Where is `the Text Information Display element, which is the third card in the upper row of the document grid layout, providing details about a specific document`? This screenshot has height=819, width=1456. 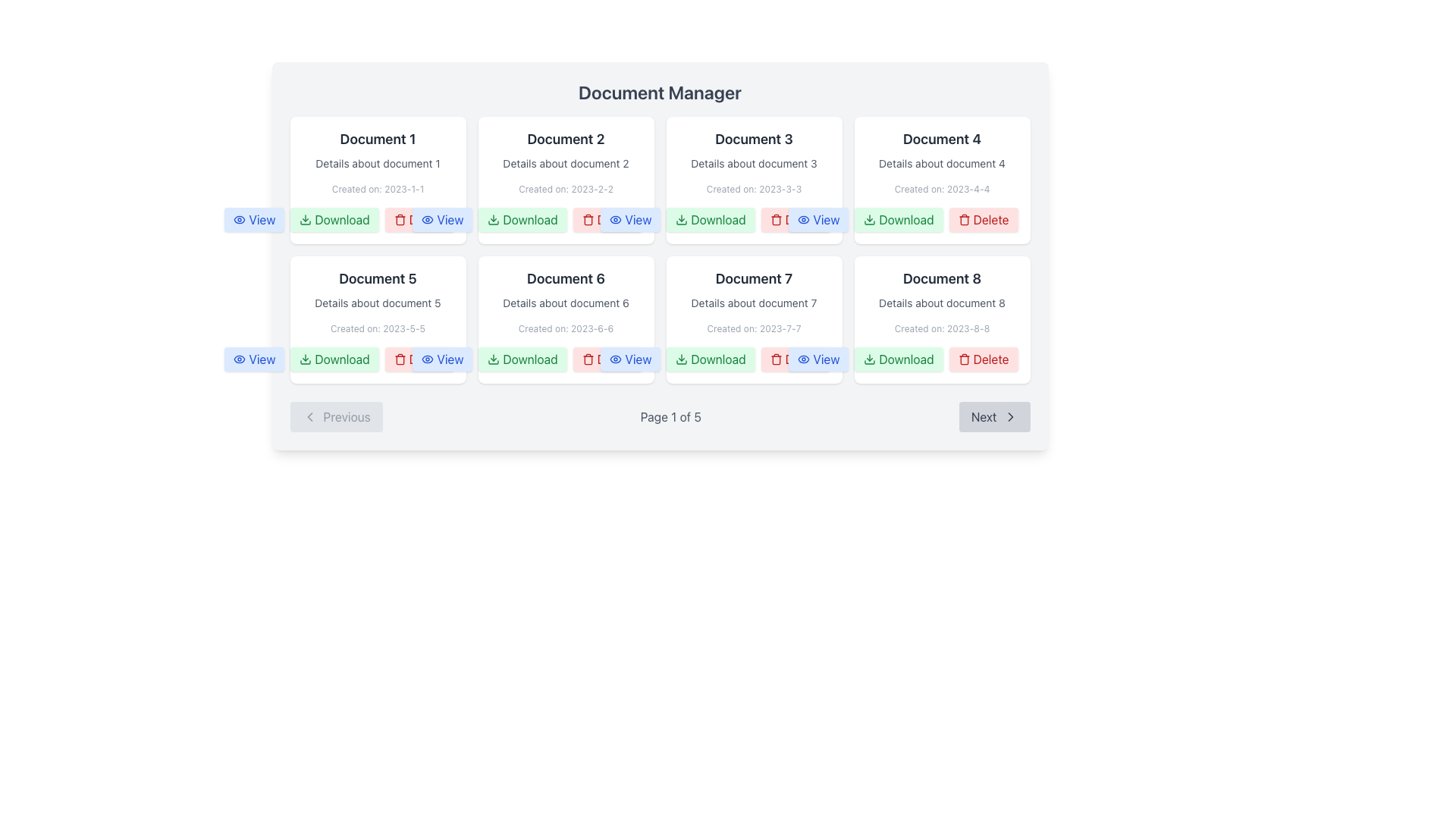
the Text Information Display element, which is the third card in the upper row of the document grid layout, providing details about a specific document is located at coordinates (754, 162).